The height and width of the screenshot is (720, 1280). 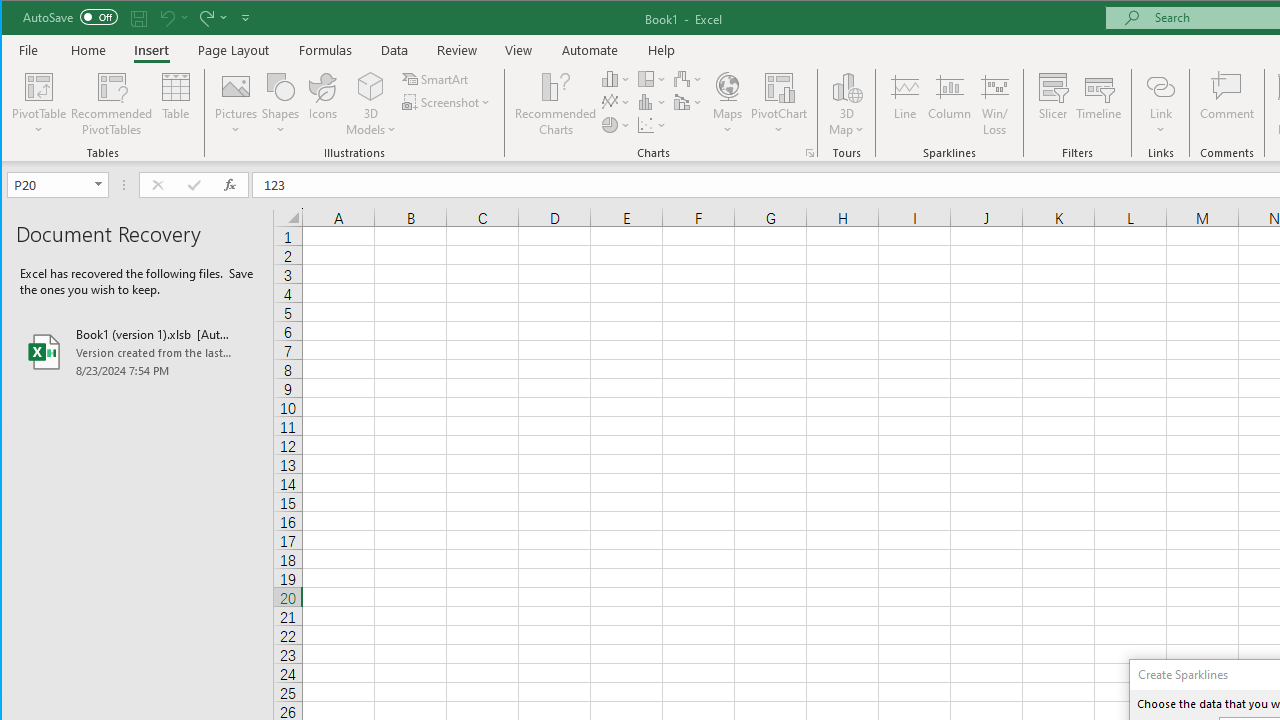 What do you see at coordinates (1160, 85) in the screenshot?
I see `'Link'` at bounding box center [1160, 85].